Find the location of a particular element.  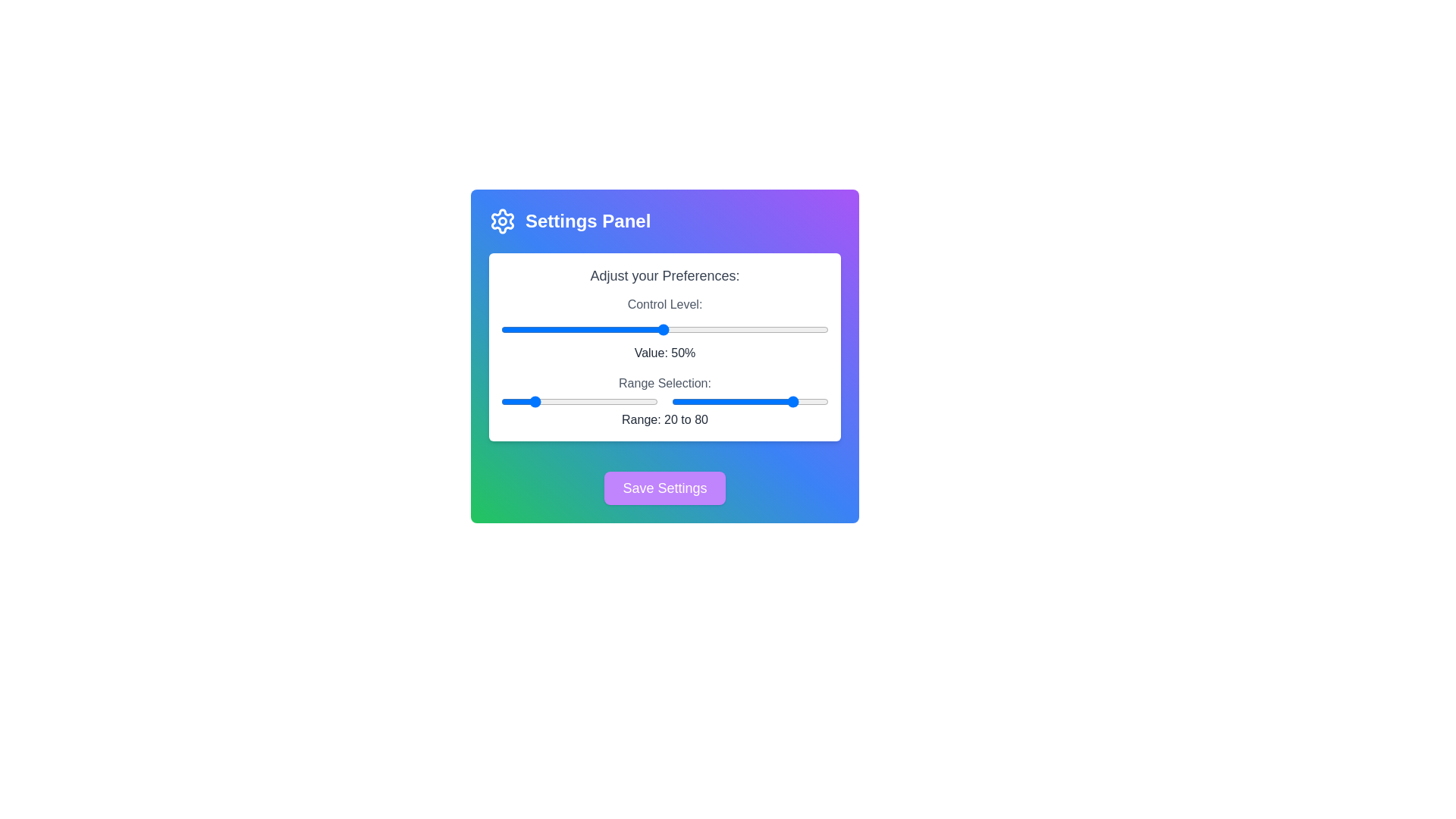

the save settings button located at the bottom-center of the control panel is located at coordinates (665, 488).